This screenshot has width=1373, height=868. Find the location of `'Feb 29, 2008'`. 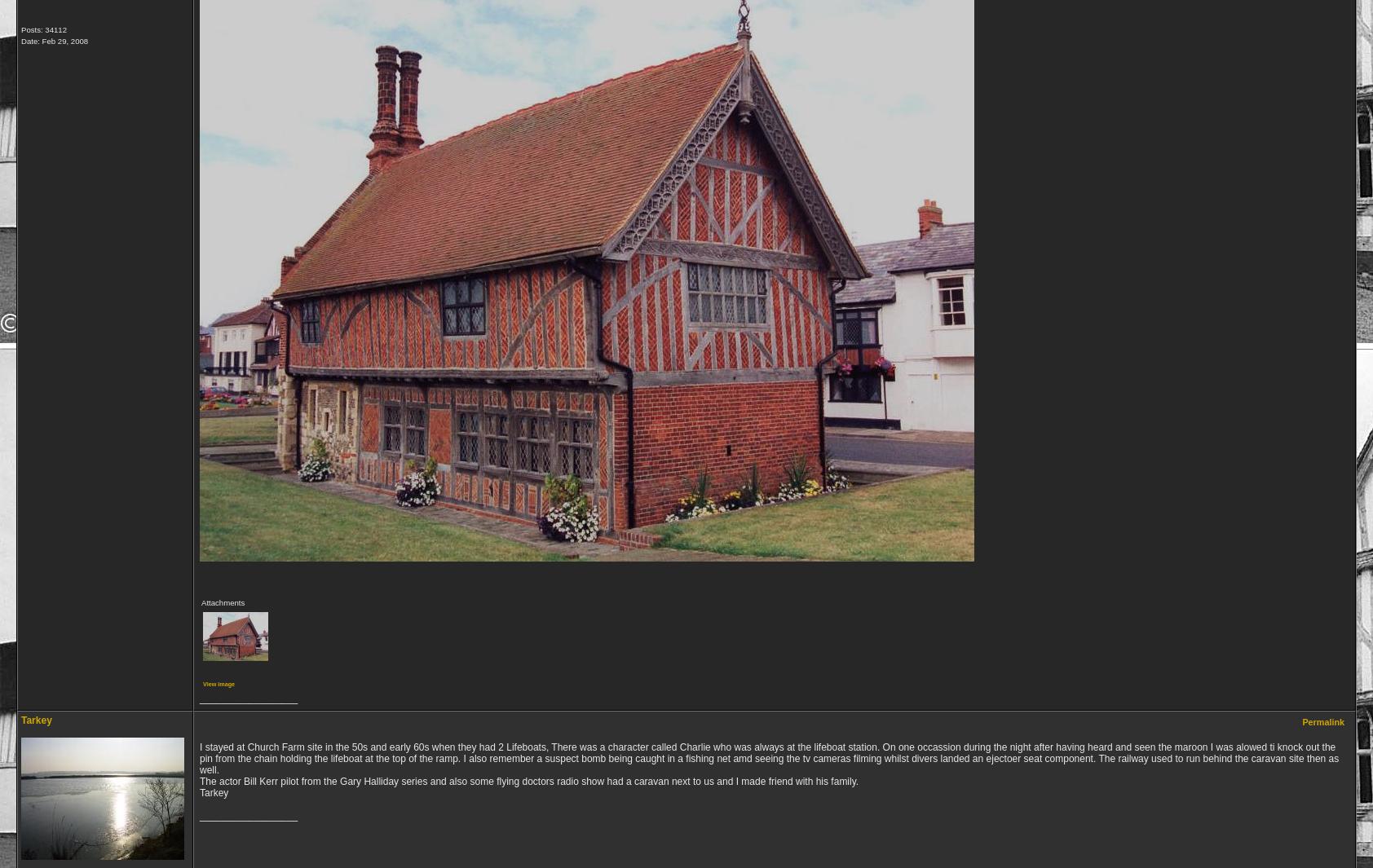

'Feb 29, 2008' is located at coordinates (64, 40).